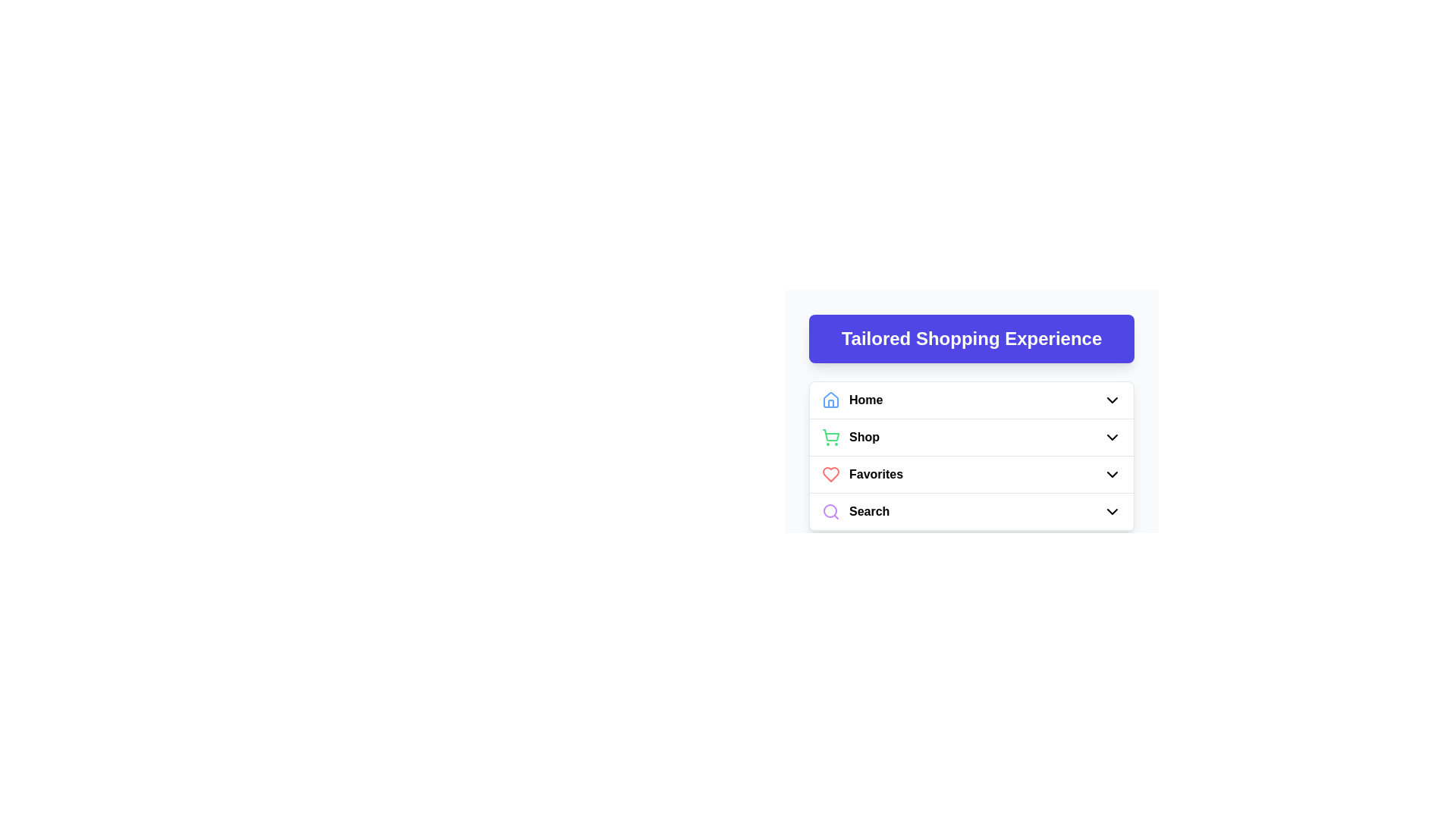 This screenshot has width=1456, height=819. What do you see at coordinates (862, 473) in the screenshot?
I see `the 'Favorites' text with decorative icon, which is the third item in a vertical list of menu options between 'Shop' and 'Search'` at bounding box center [862, 473].